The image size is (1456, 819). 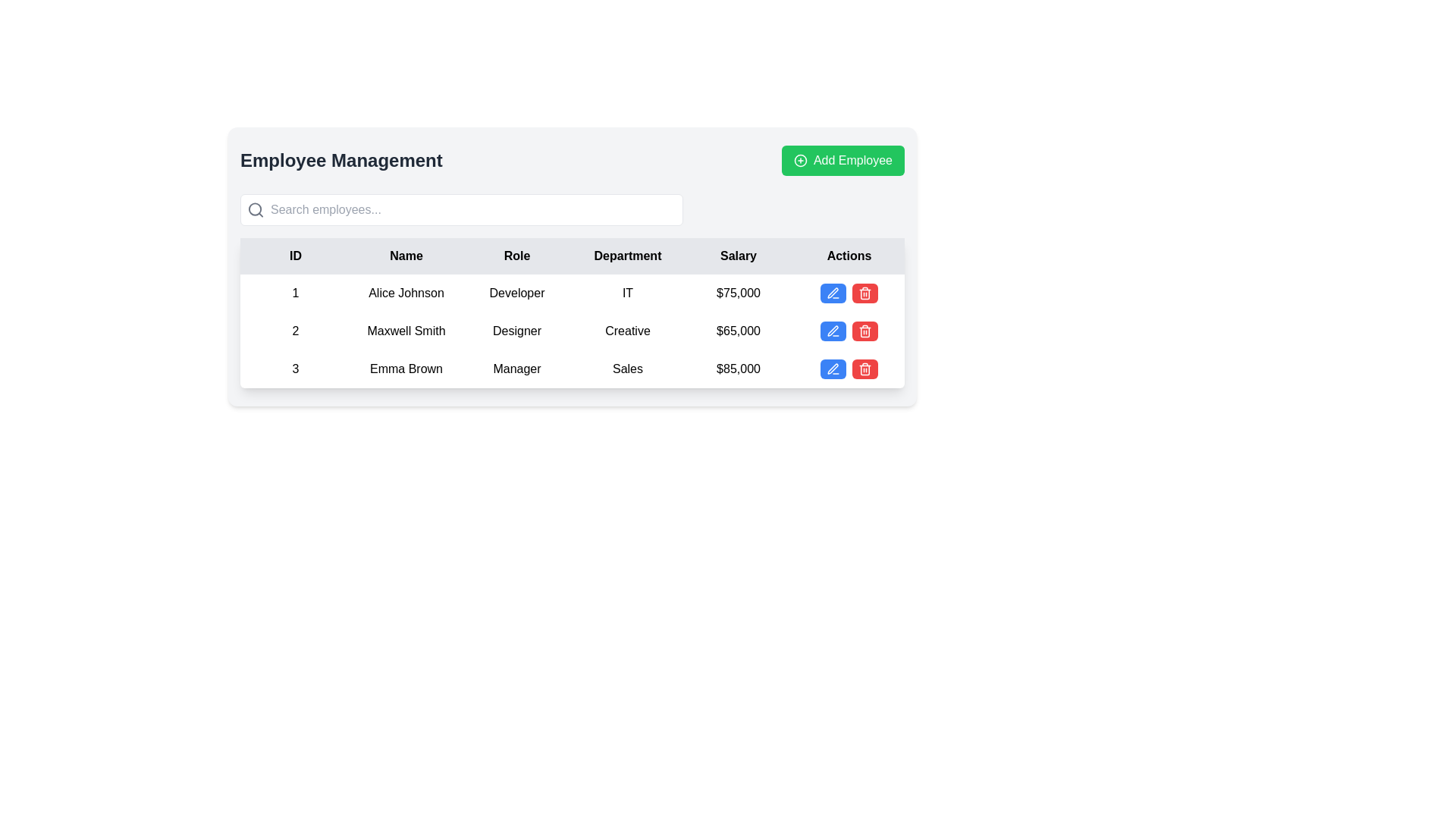 I want to click on the 'Add Employee' button with a green background and rounded corners located in the top-right corner of the 'Employee Management' section, so click(x=843, y=161).